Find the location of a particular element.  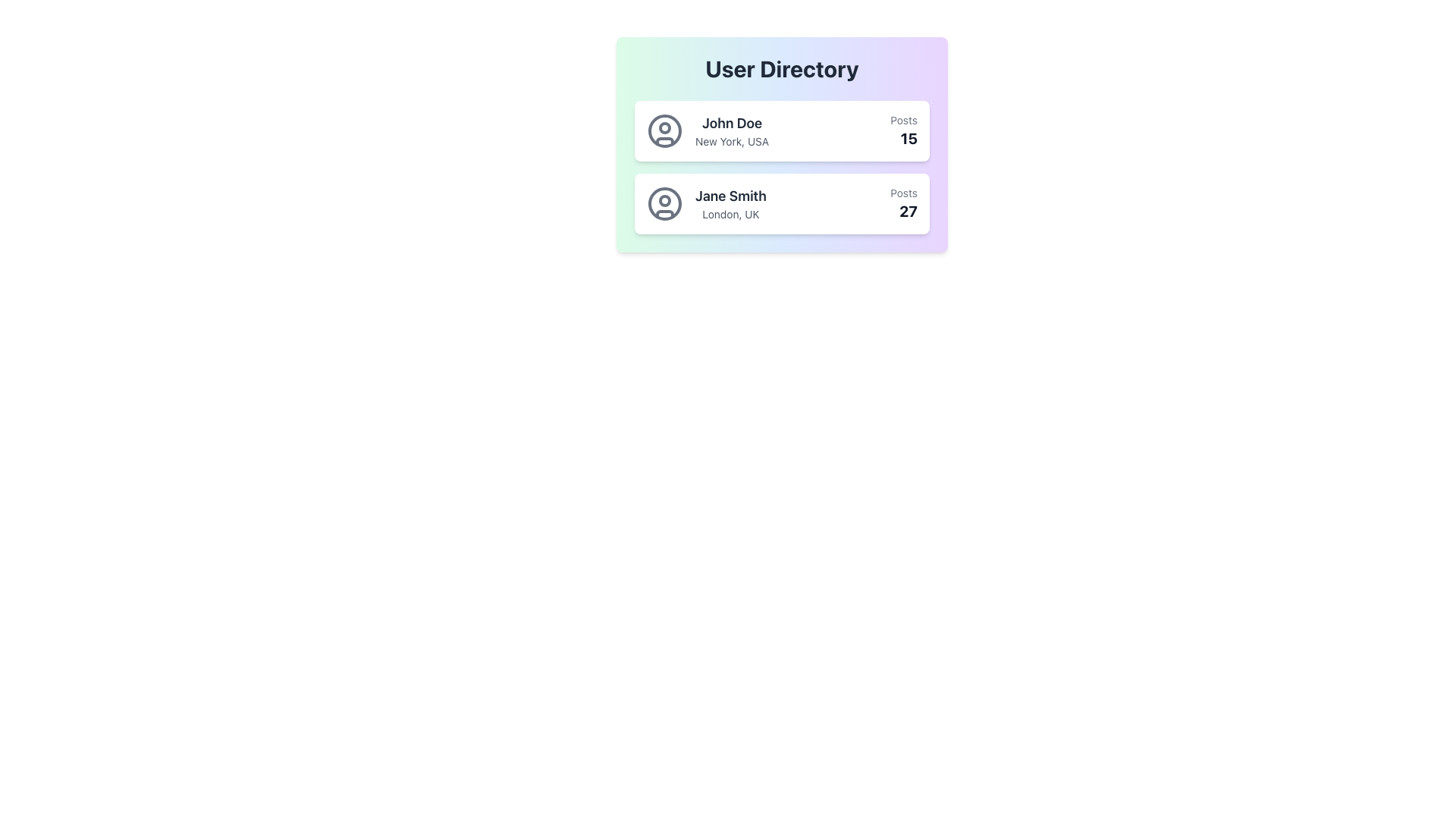

the text label displaying the number '15' in bold, dark gray color located beneath the 'Posts' label in the top user information section is located at coordinates (904, 138).